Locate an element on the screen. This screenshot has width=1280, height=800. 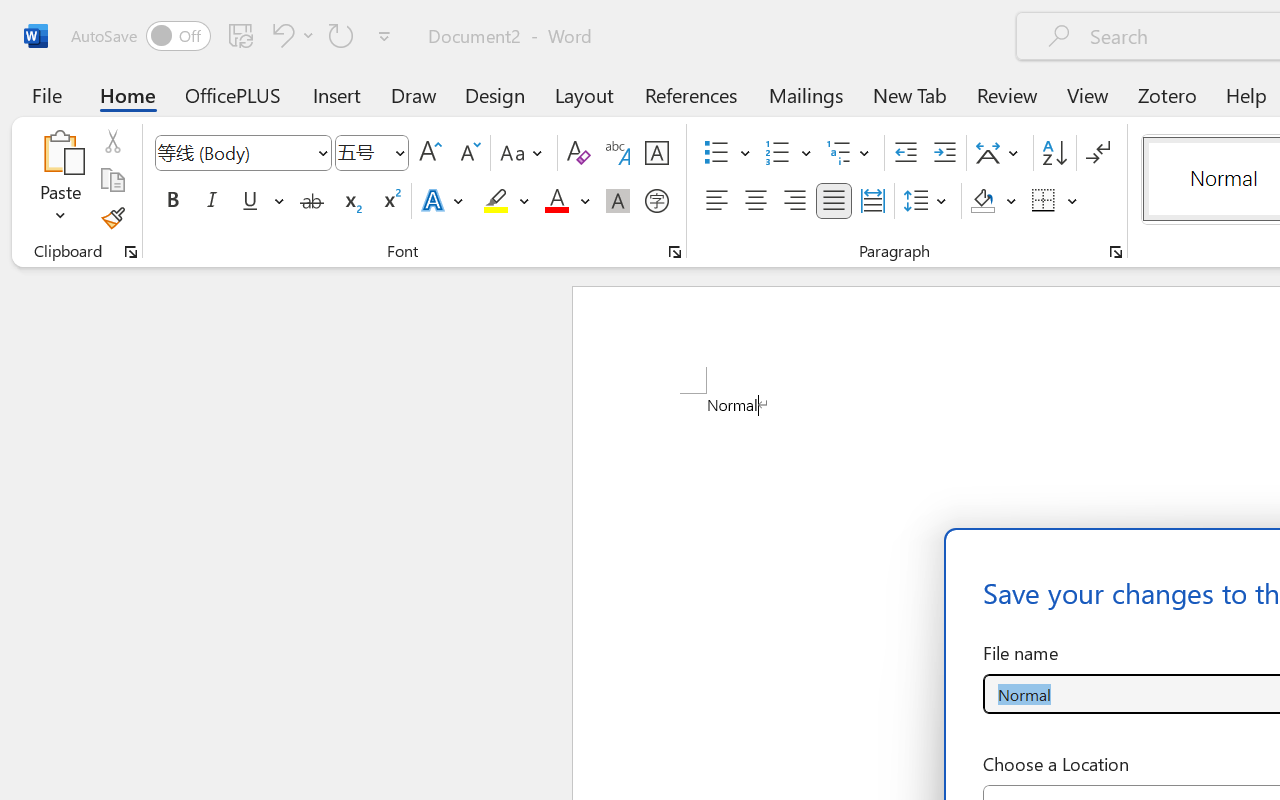
'Multilevel List' is located at coordinates (850, 153).